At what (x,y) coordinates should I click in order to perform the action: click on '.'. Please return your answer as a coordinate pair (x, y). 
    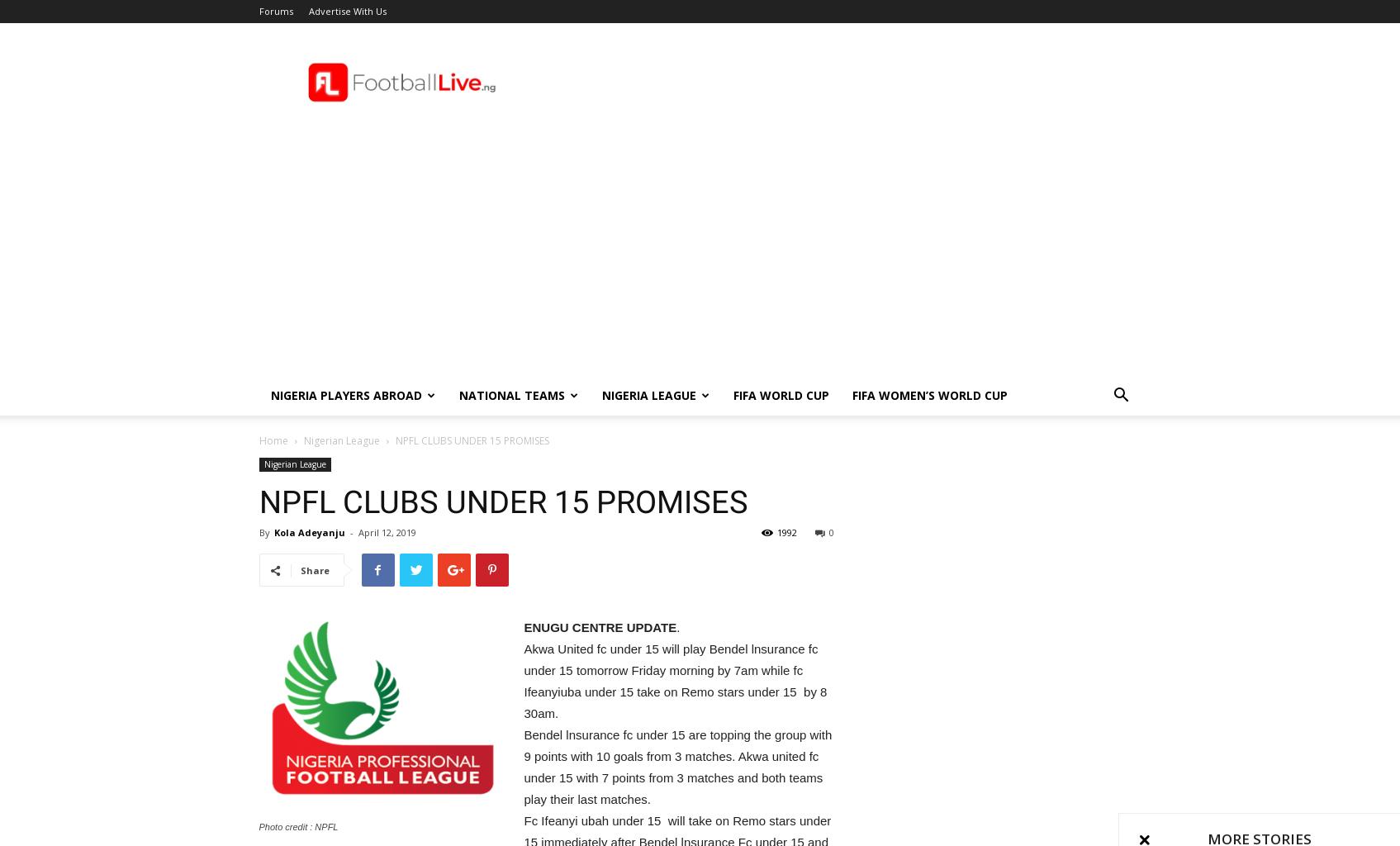
    Looking at the image, I should click on (678, 626).